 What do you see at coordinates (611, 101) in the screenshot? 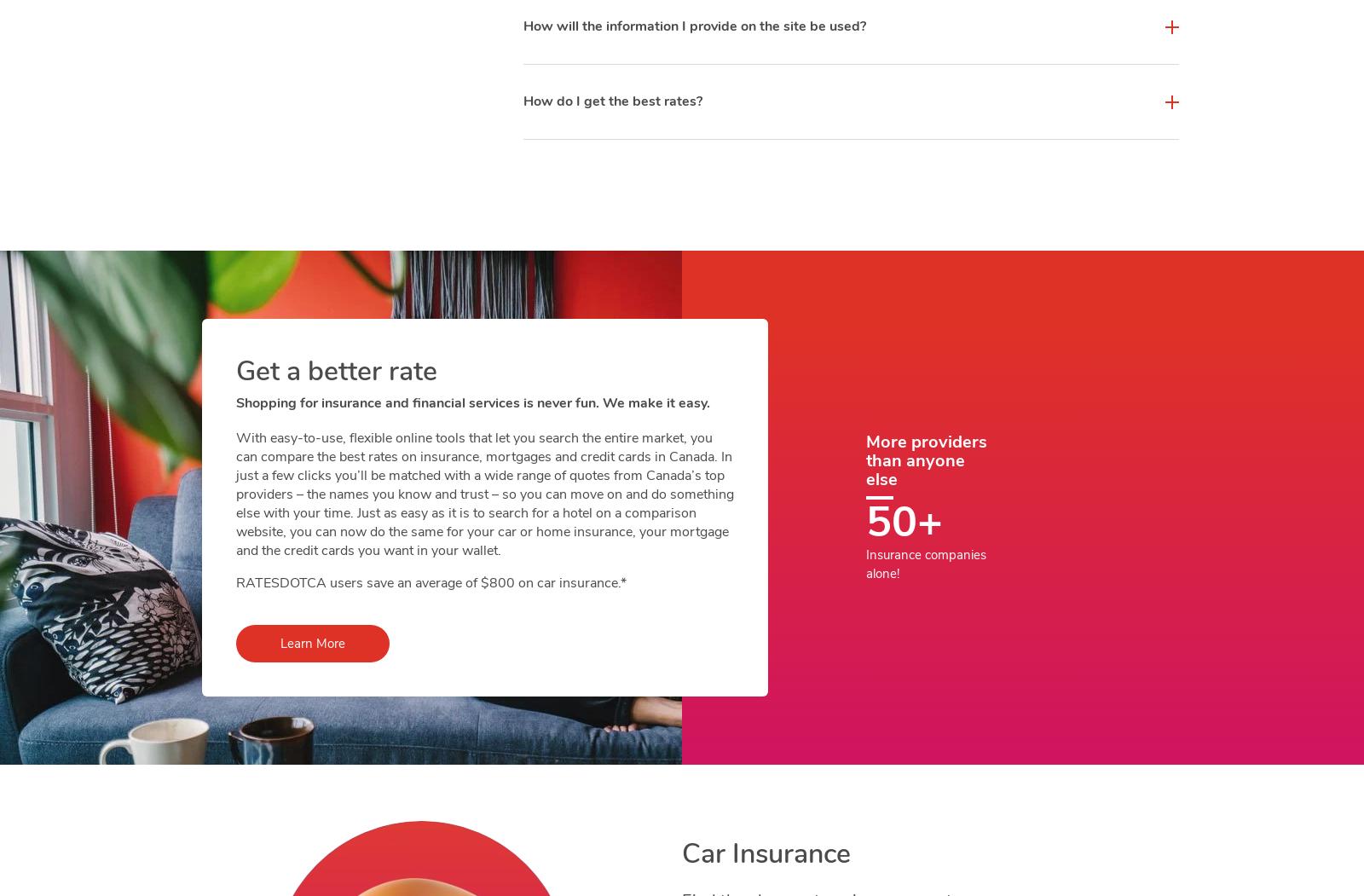
I see `'How do I get the best rates?'` at bounding box center [611, 101].